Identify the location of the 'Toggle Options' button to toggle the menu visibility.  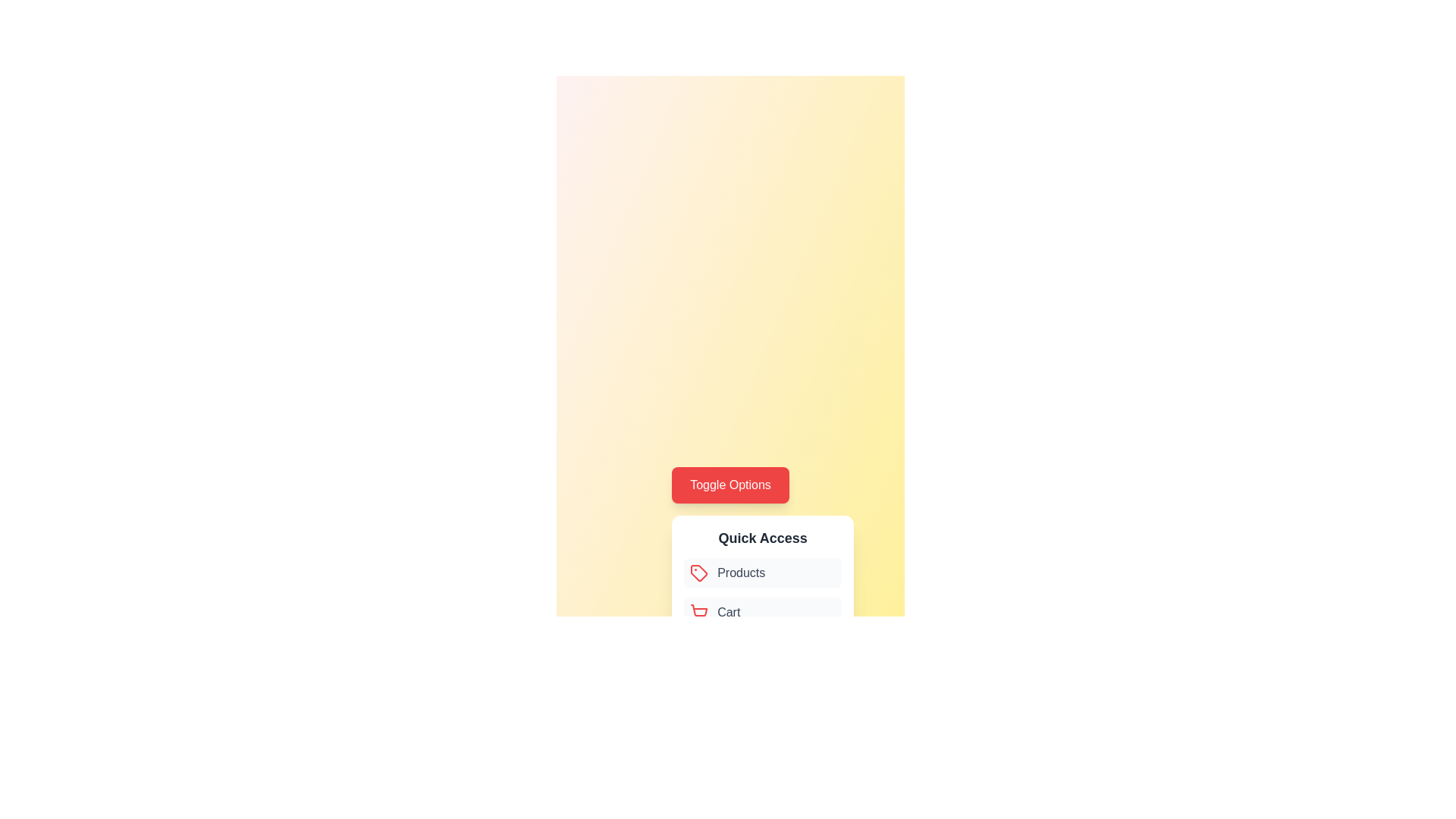
(730, 485).